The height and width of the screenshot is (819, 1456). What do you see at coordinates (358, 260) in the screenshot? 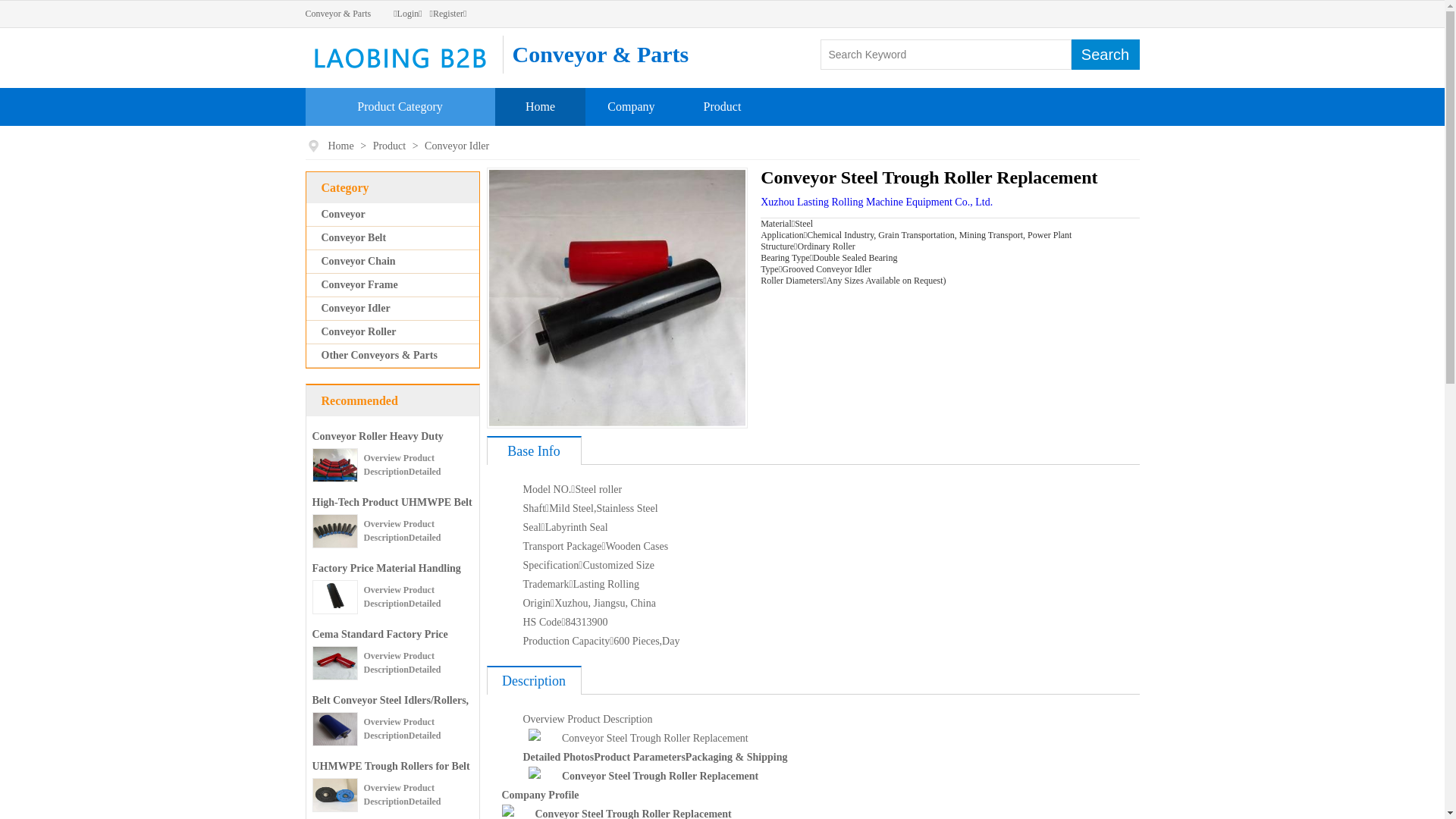
I see `'Conveyor Chain'` at bounding box center [358, 260].